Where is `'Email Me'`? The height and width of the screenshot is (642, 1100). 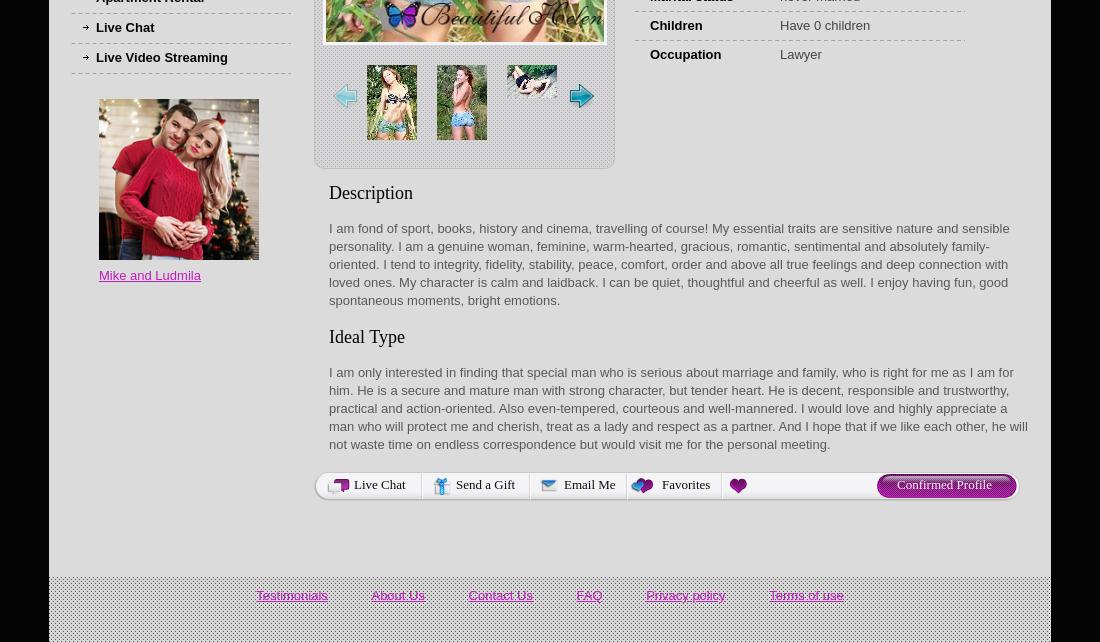 'Email Me' is located at coordinates (562, 483).